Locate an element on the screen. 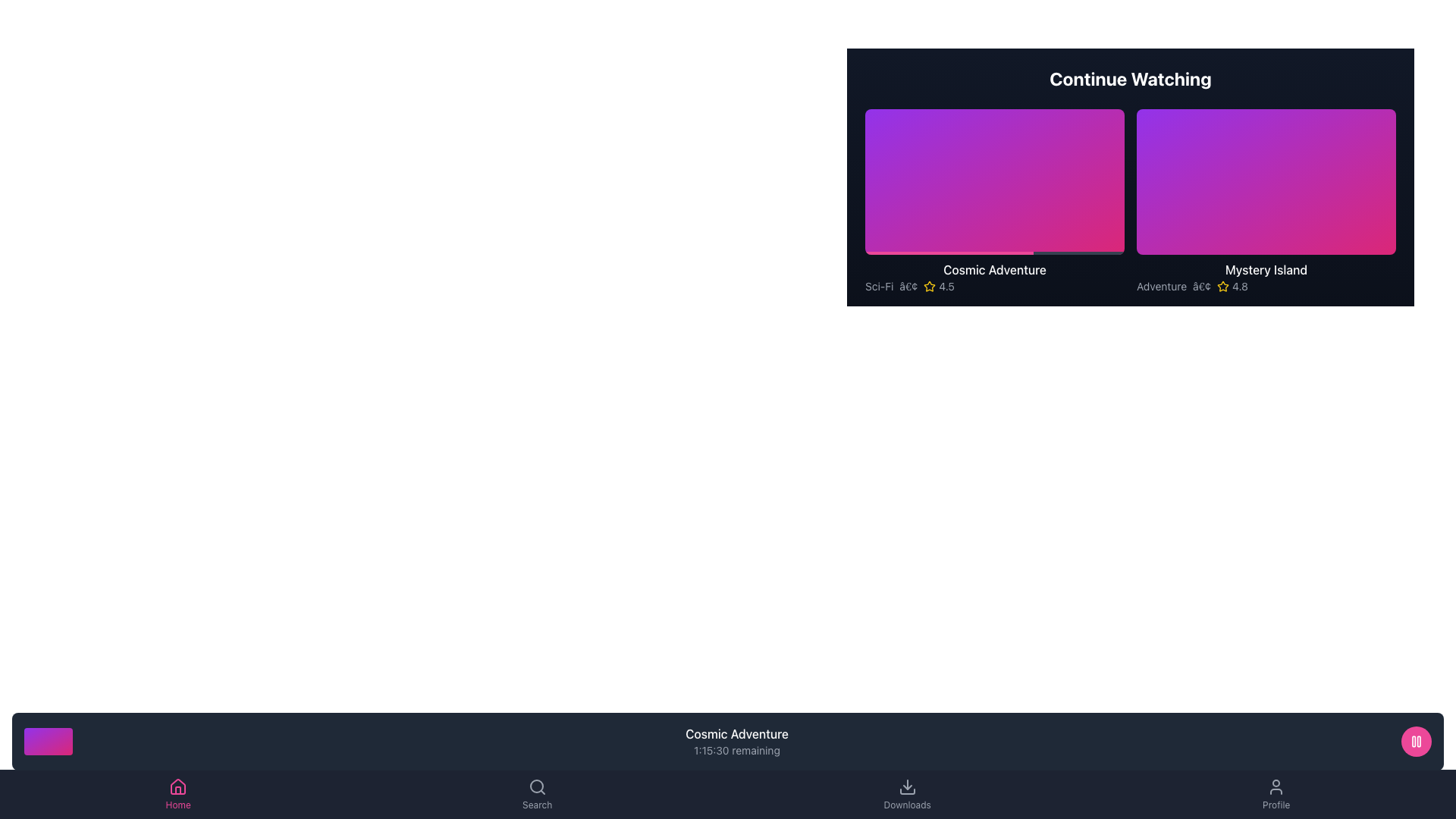 This screenshot has width=1456, height=819. the bottom section of the download icon, which is a rectangular base with a minimalist line style and no visible fill, located in the bottom navigation bar of the interface is located at coordinates (907, 791).